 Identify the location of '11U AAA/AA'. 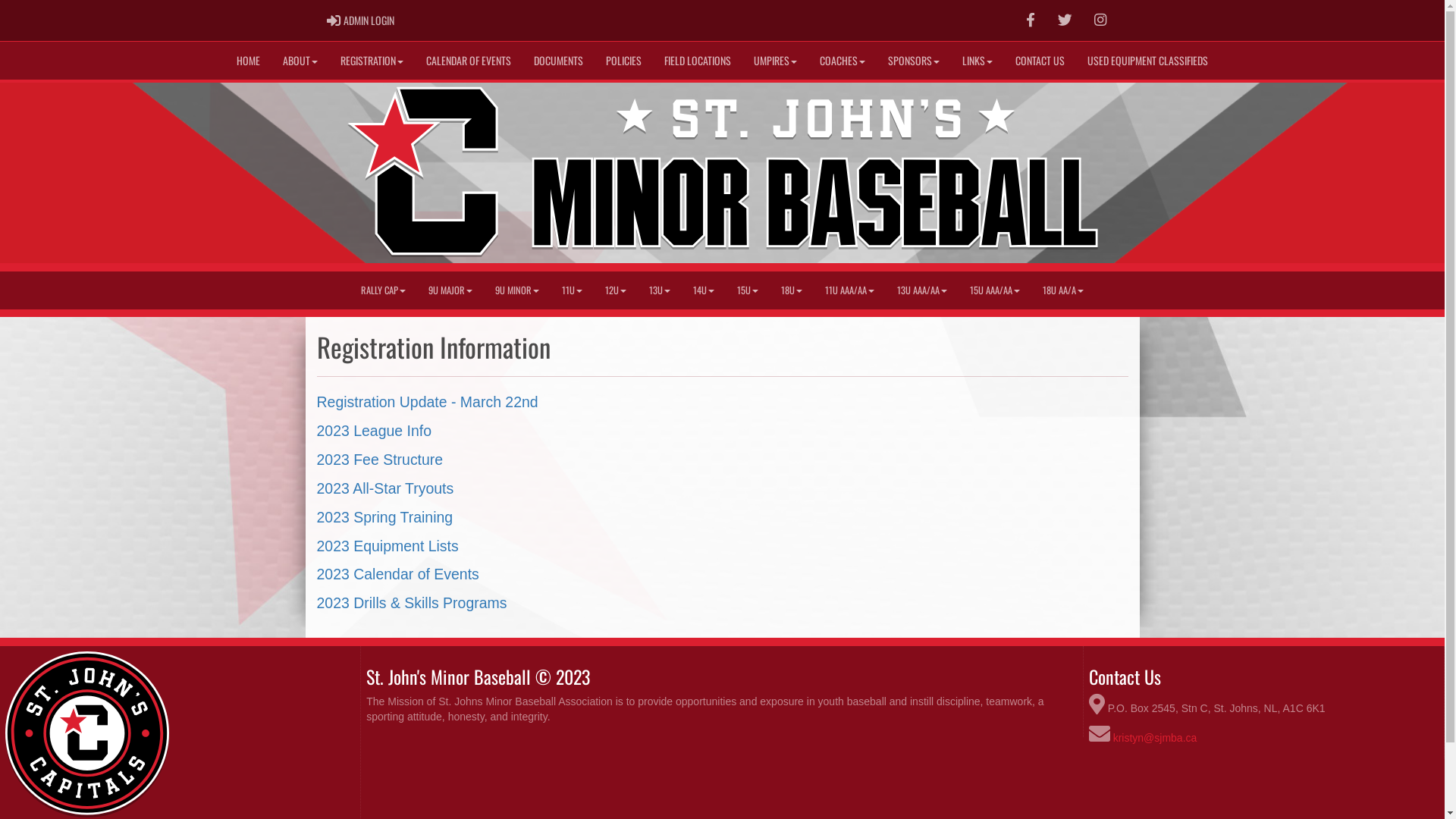
(849, 290).